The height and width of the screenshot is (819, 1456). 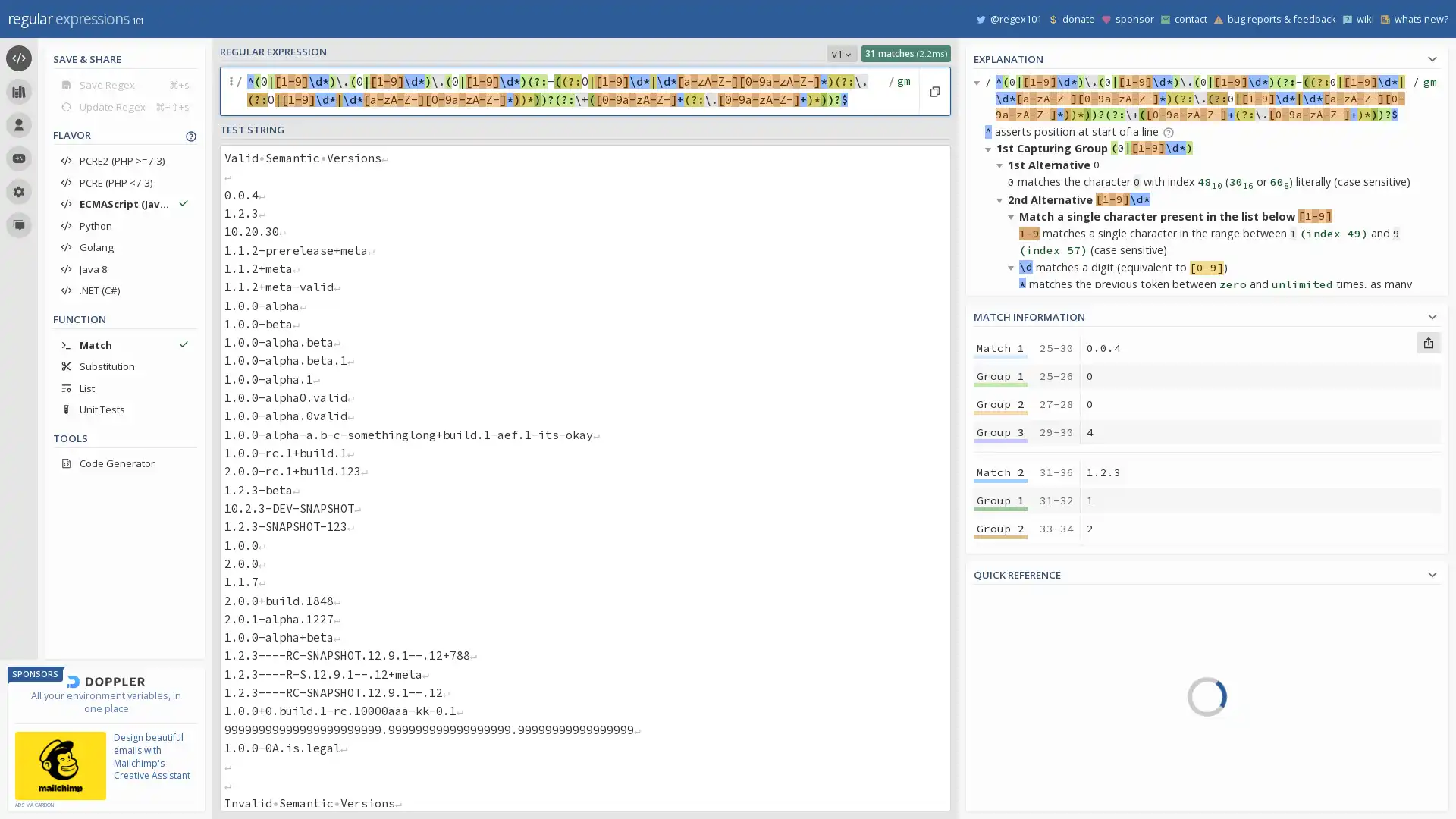 I want to click on Group 3, so click(x=1000, y=432).